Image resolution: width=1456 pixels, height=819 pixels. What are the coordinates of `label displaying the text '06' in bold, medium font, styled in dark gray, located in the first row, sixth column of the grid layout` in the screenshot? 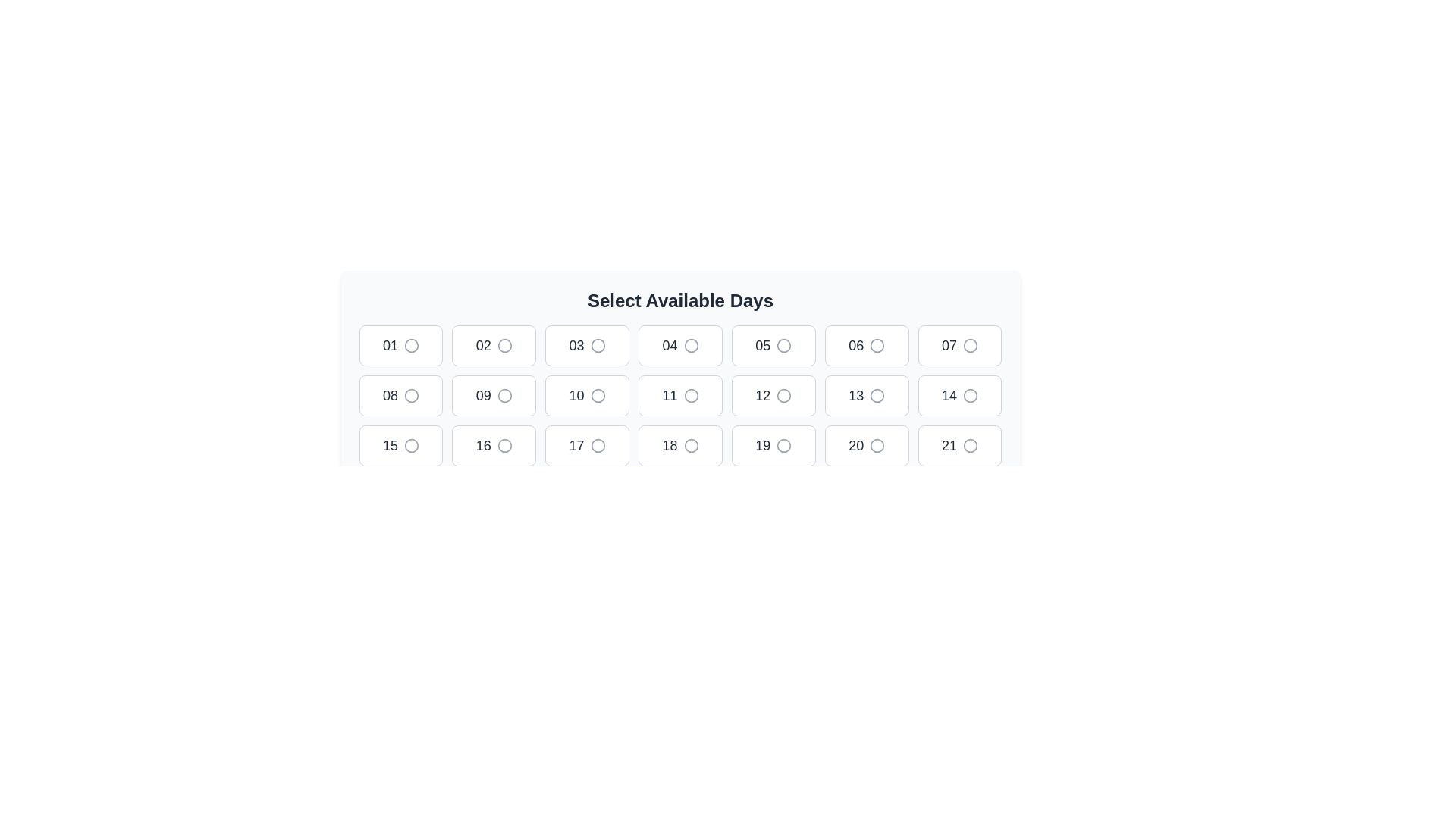 It's located at (856, 345).